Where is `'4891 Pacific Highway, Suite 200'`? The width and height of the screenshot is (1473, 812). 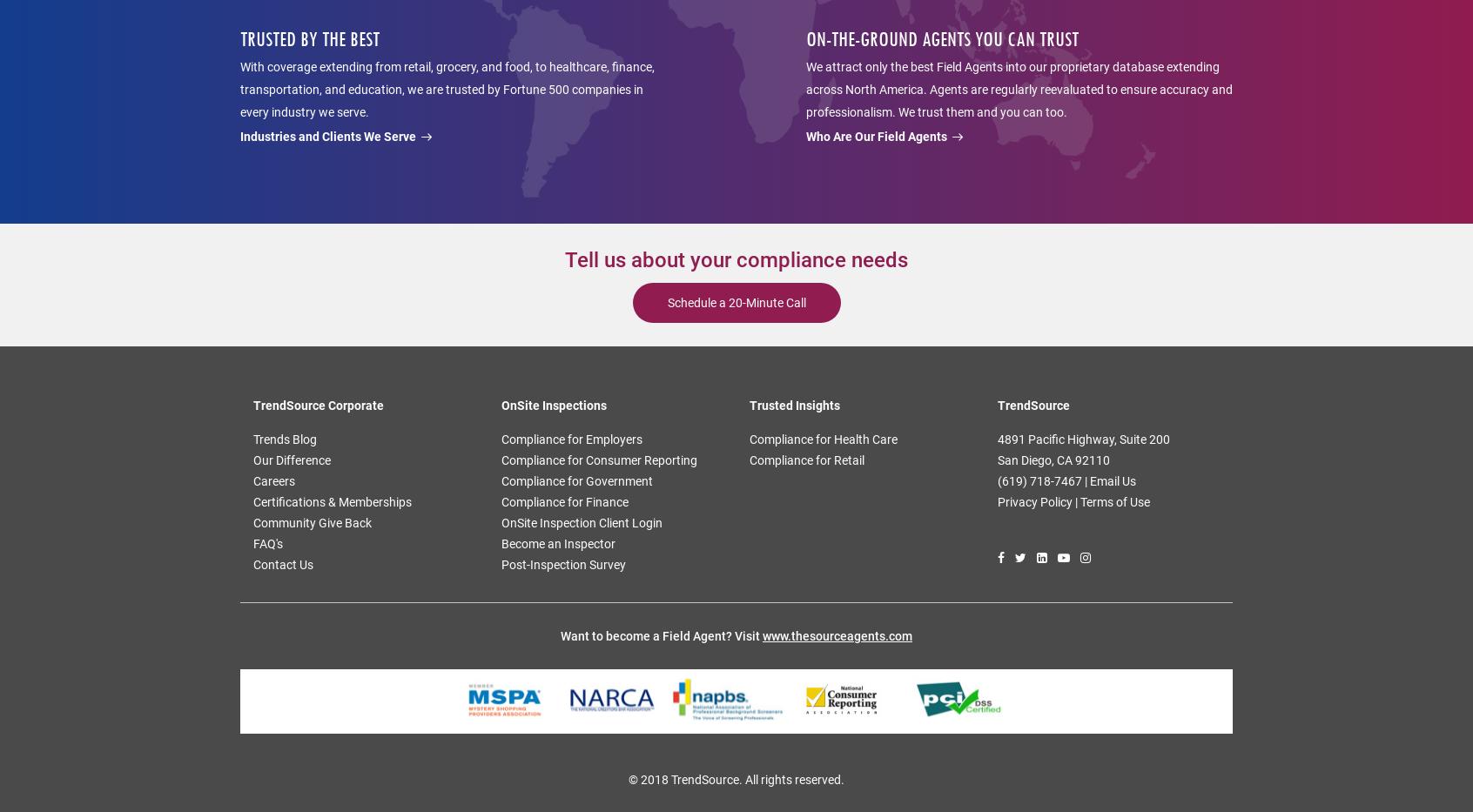
'4891 Pacific Highway, Suite 200' is located at coordinates (996, 440).